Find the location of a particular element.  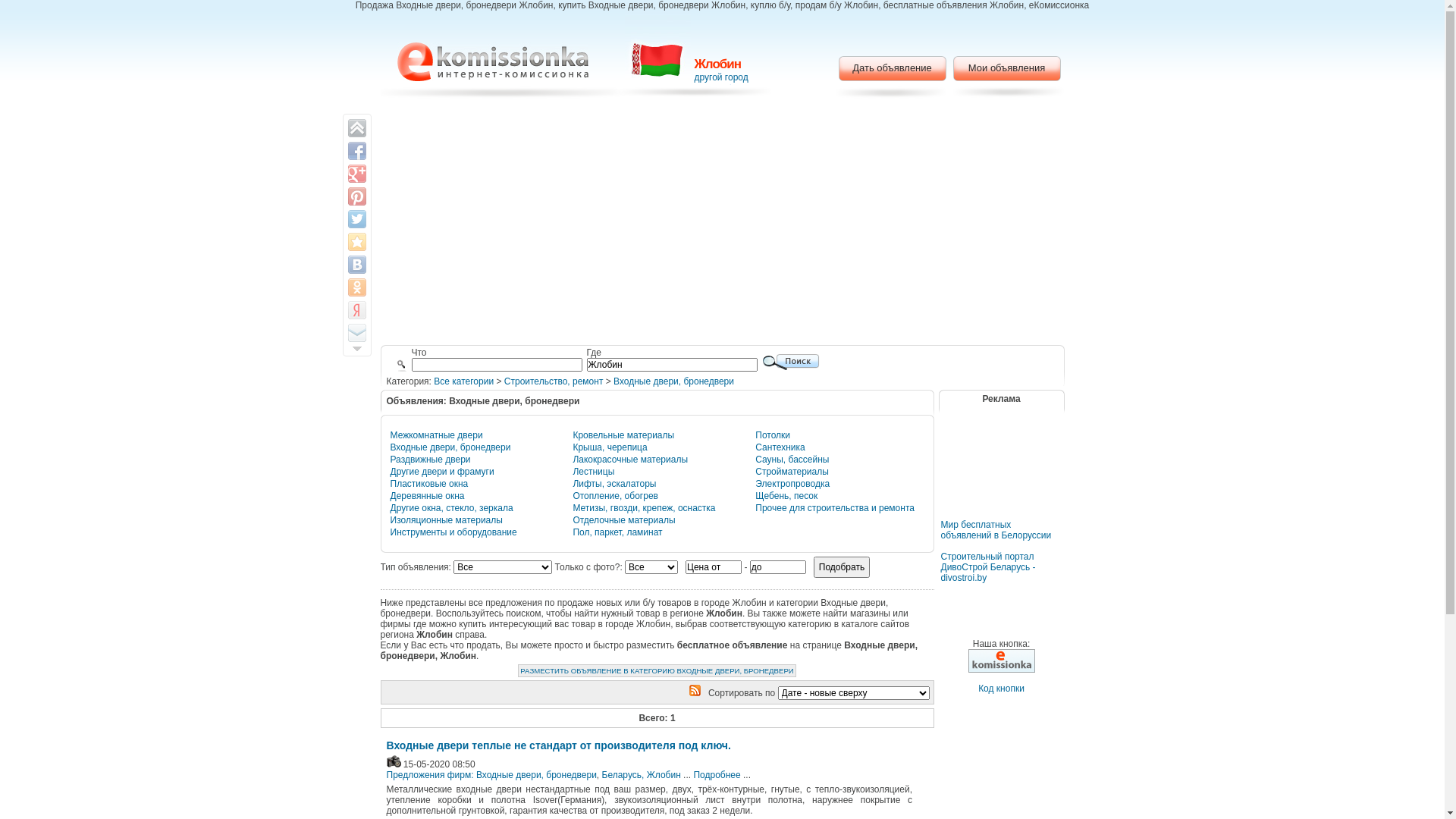

'Advertisement' is located at coordinates (397, 223).